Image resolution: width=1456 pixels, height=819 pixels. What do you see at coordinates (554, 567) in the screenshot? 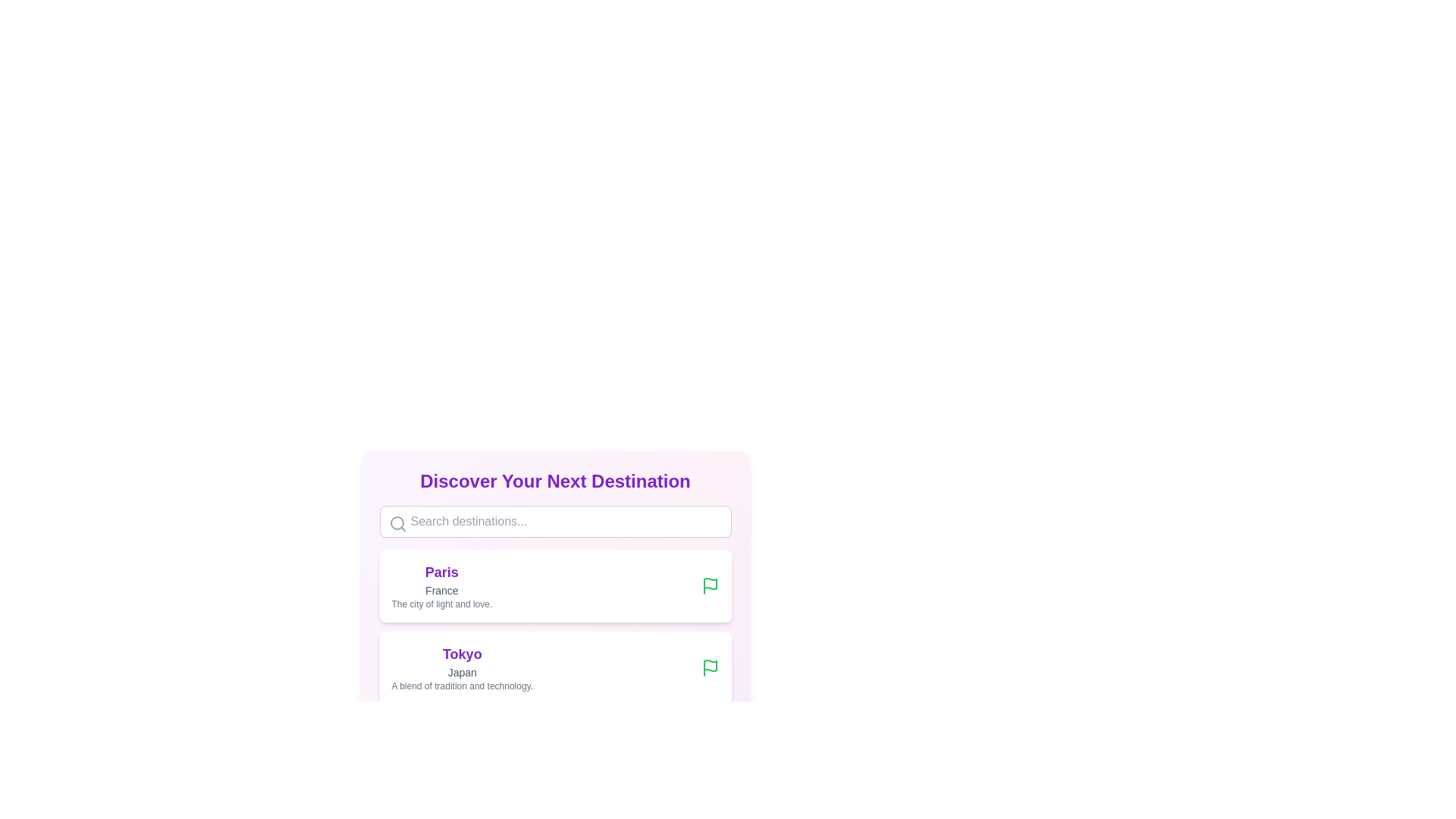
I see `the Information Card for Paris, which is the first entry in a vertical list of destination cards` at bounding box center [554, 567].